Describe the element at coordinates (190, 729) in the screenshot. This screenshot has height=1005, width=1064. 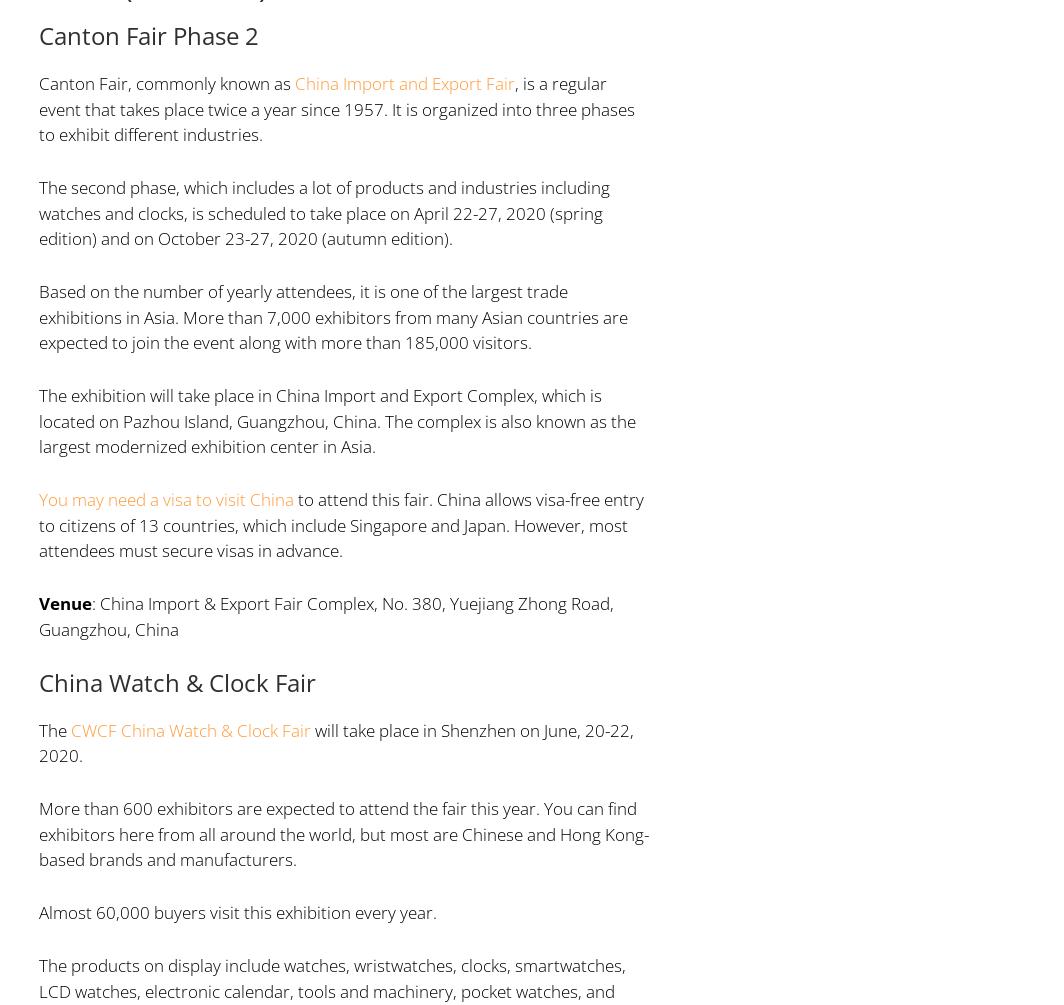
I see `'CWCF China Watch & Clock Fair'` at that location.